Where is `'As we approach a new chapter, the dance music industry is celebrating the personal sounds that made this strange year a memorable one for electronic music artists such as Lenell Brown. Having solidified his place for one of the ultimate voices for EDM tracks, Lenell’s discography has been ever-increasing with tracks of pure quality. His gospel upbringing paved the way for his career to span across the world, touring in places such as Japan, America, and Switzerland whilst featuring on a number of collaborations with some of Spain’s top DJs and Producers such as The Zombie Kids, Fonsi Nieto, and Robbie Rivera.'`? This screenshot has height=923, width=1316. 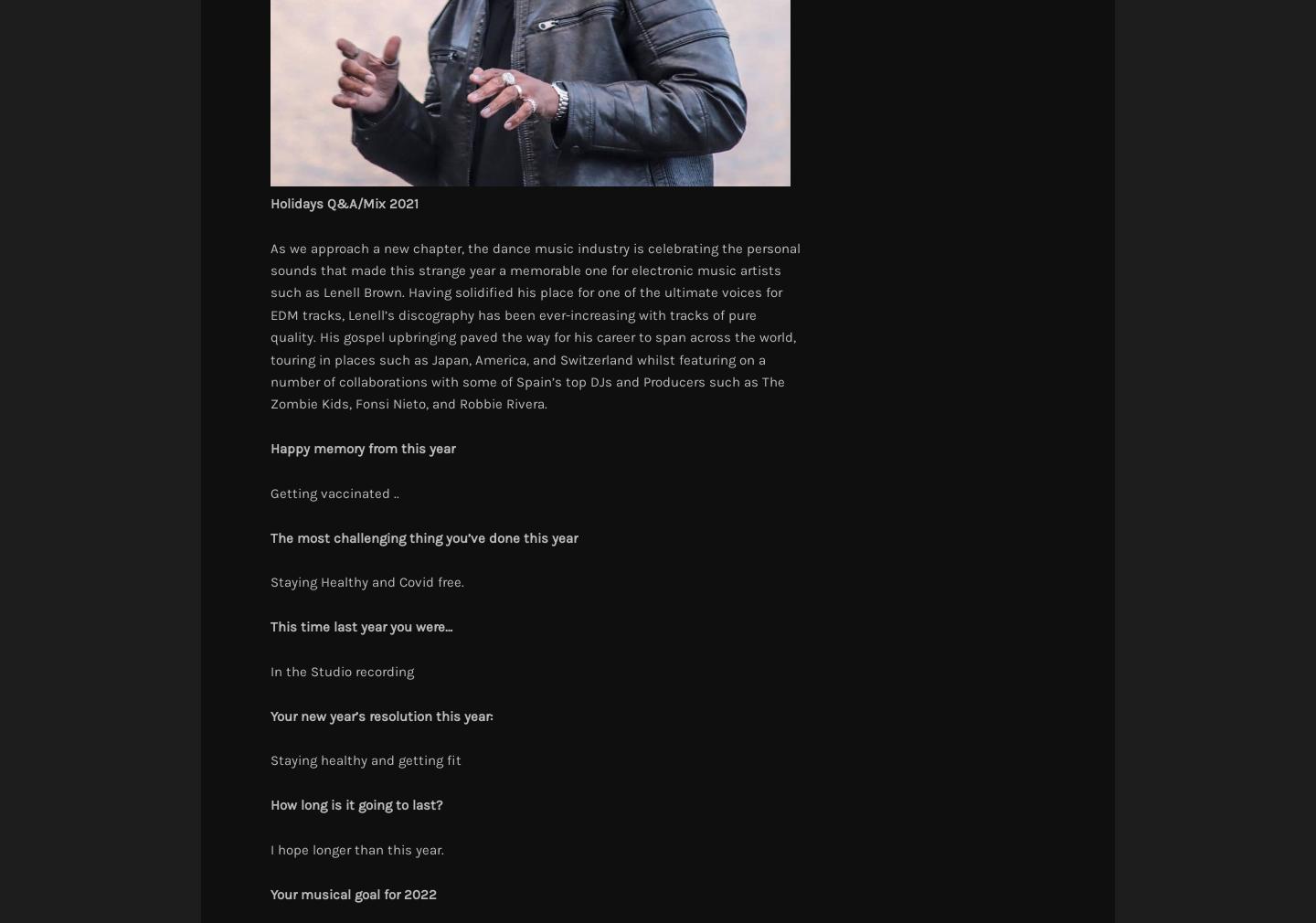 'As we approach a new chapter, the dance music industry is celebrating the personal sounds that made this strange year a memorable one for electronic music artists such as Lenell Brown. Having solidified his place for one of the ultimate voices for EDM tracks, Lenell’s discography has been ever-increasing with tracks of pure quality. His gospel upbringing paved the way for his career to span across the world, touring in places such as Japan, America, and Switzerland whilst featuring on a number of collaborations with some of Spain’s top DJs and Producers such as The Zombie Kids, Fonsi Nieto, and Robbie Rivera.' is located at coordinates (270, 325).